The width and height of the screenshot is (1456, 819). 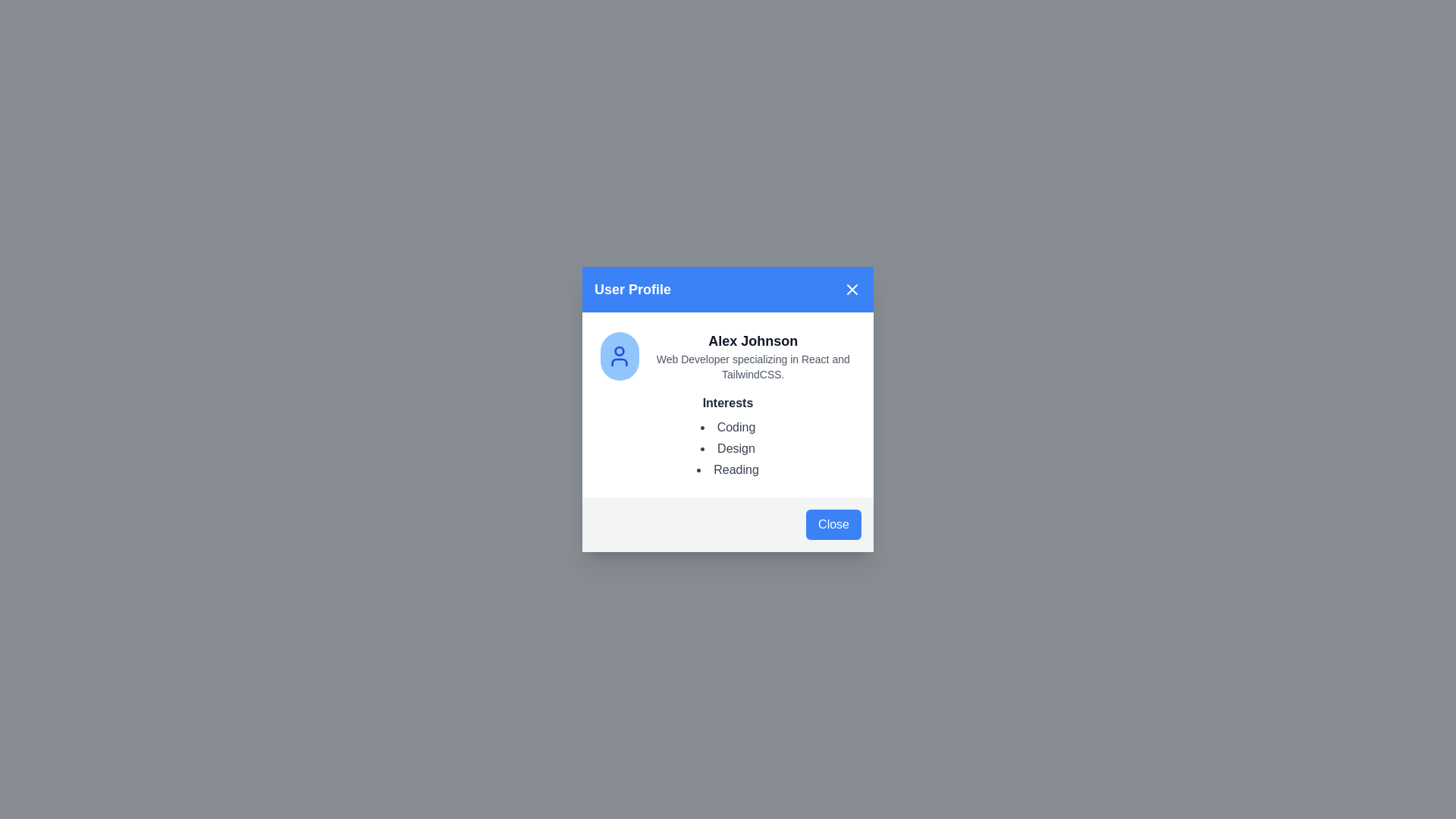 I want to click on the text block displaying 'Alex Johnson' and 'Web Developer specializing in React and TailwindCSS' located centrally beneath the avatar icon on the user profile card, so click(x=753, y=356).